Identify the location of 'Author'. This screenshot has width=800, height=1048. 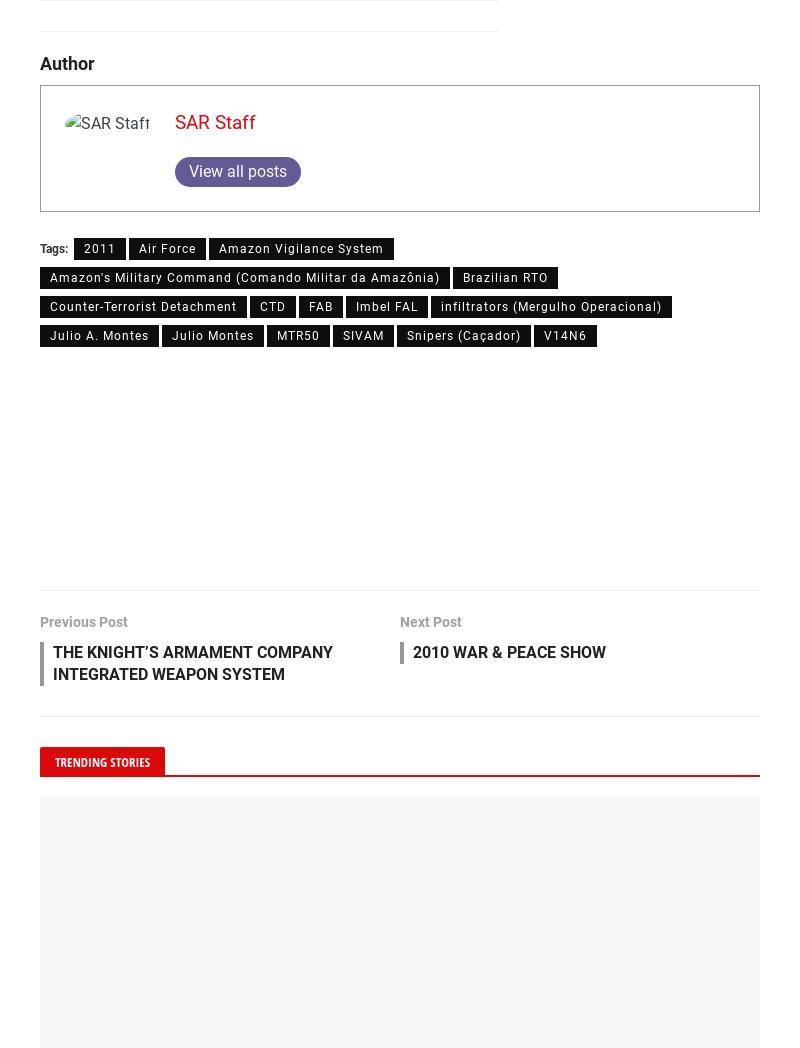
(67, 63).